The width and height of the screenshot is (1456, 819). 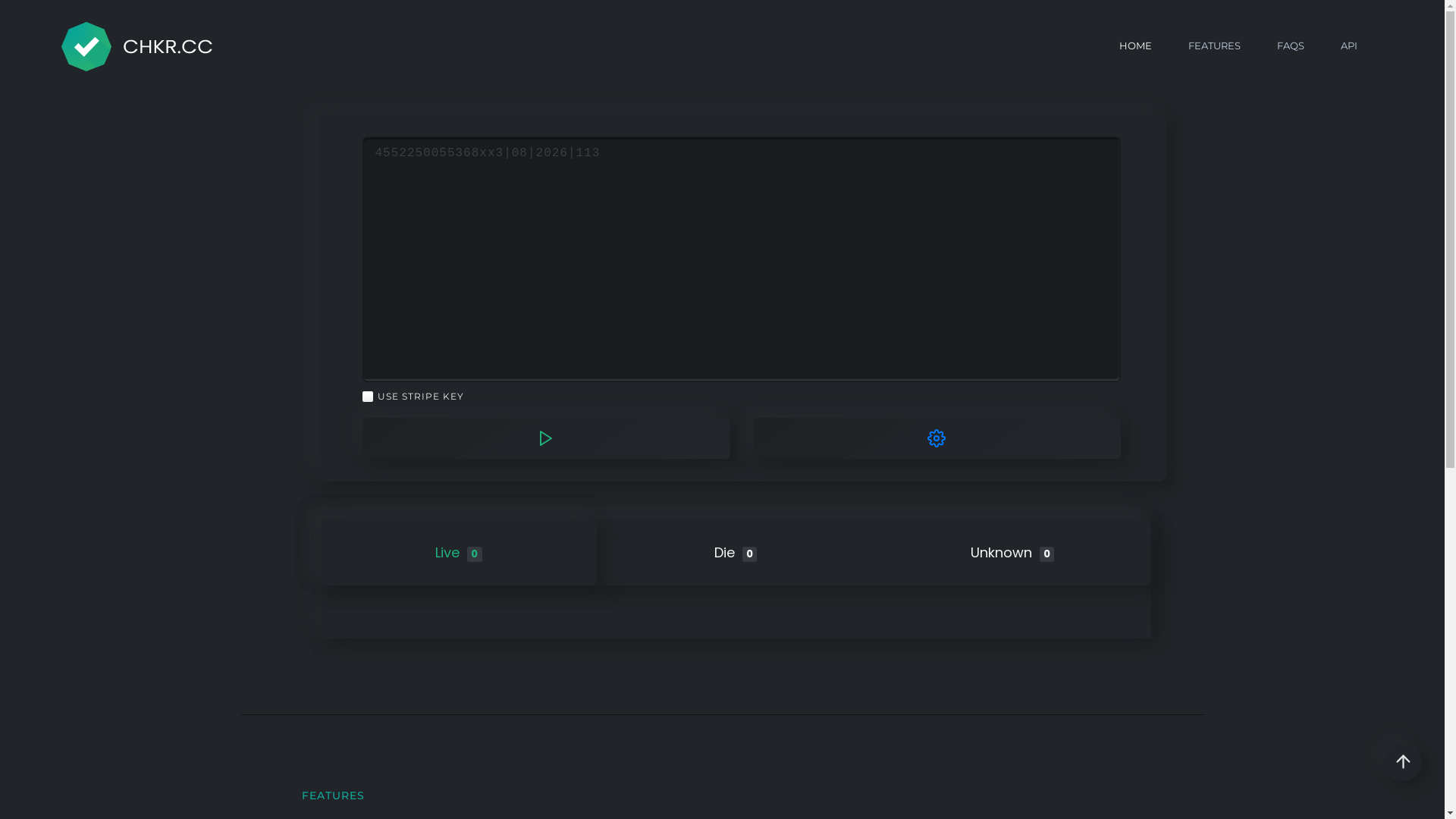 What do you see at coordinates (1135, 45) in the screenshot?
I see `'HOME'` at bounding box center [1135, 45].